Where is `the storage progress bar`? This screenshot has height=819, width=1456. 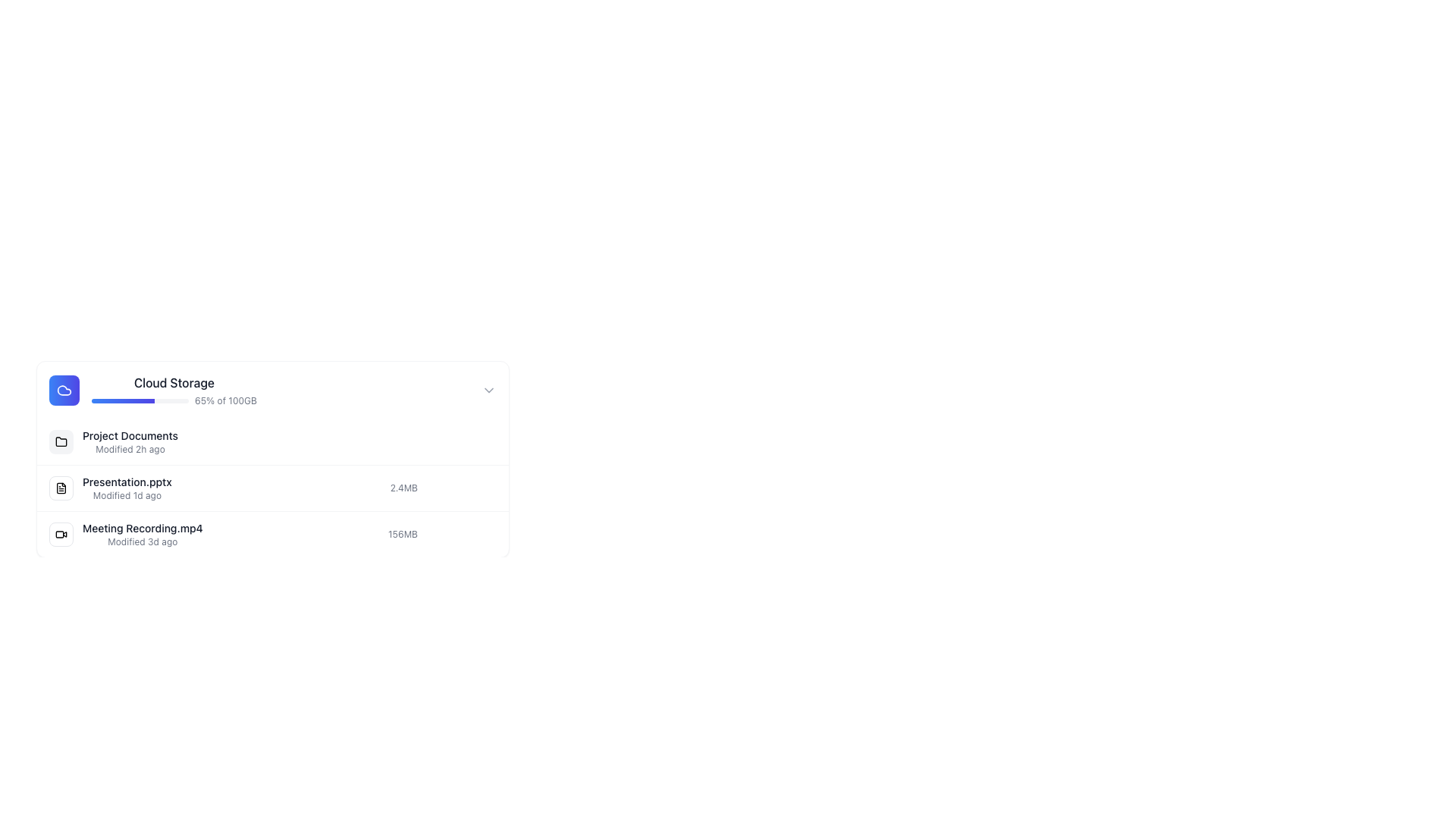 the storage progress bar is located at coordinates (122, 400).